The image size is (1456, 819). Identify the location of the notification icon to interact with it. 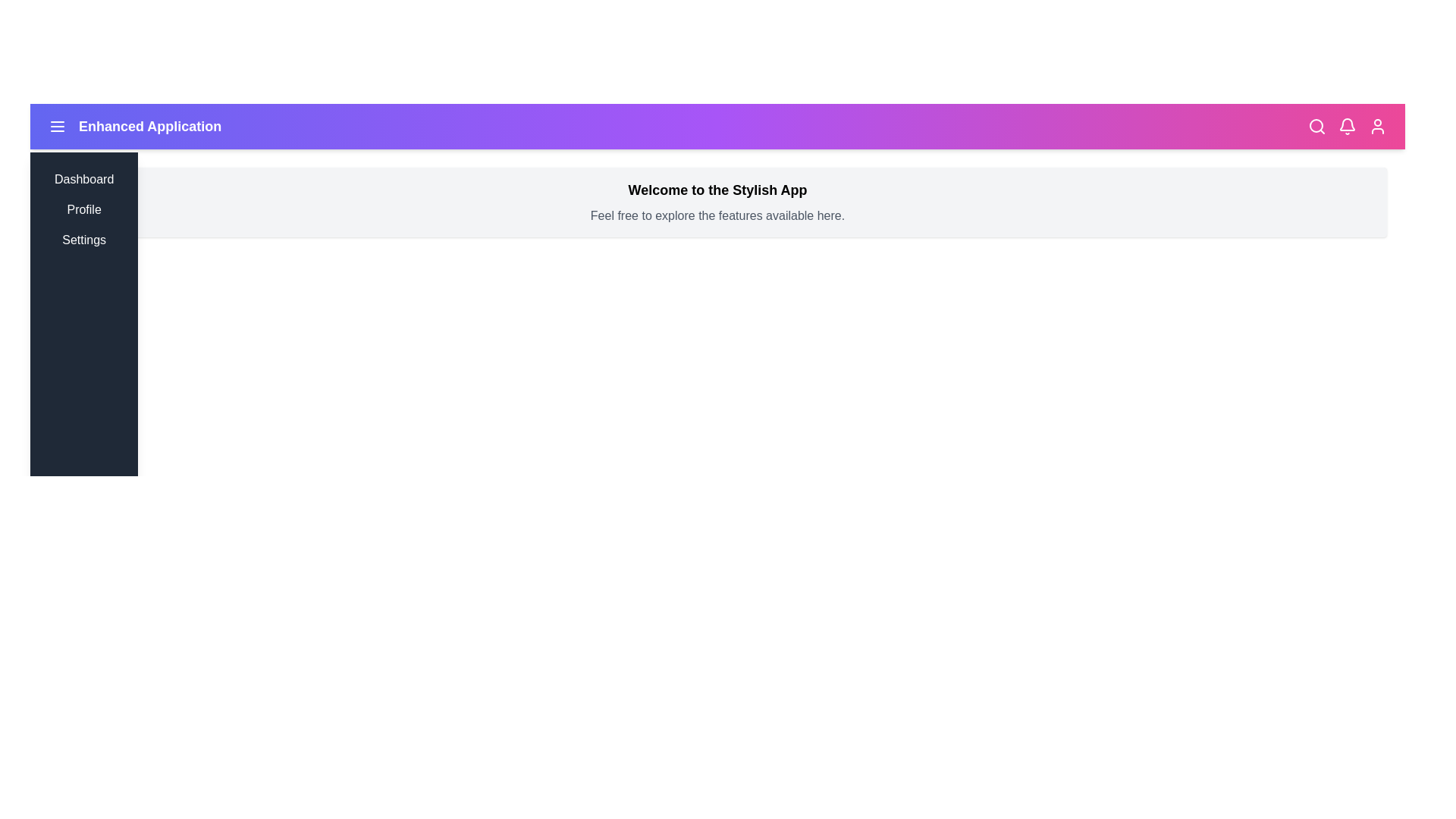
(1347, 125).